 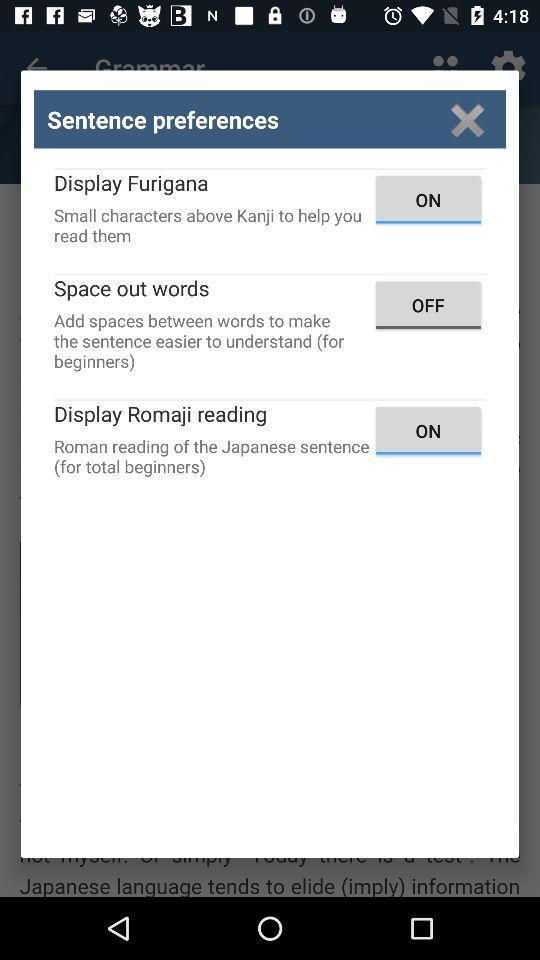 What do you see at coordinates (427, 305) in the screenshot?
I see `item below small characters above icon` at bounding box center [427, 305].